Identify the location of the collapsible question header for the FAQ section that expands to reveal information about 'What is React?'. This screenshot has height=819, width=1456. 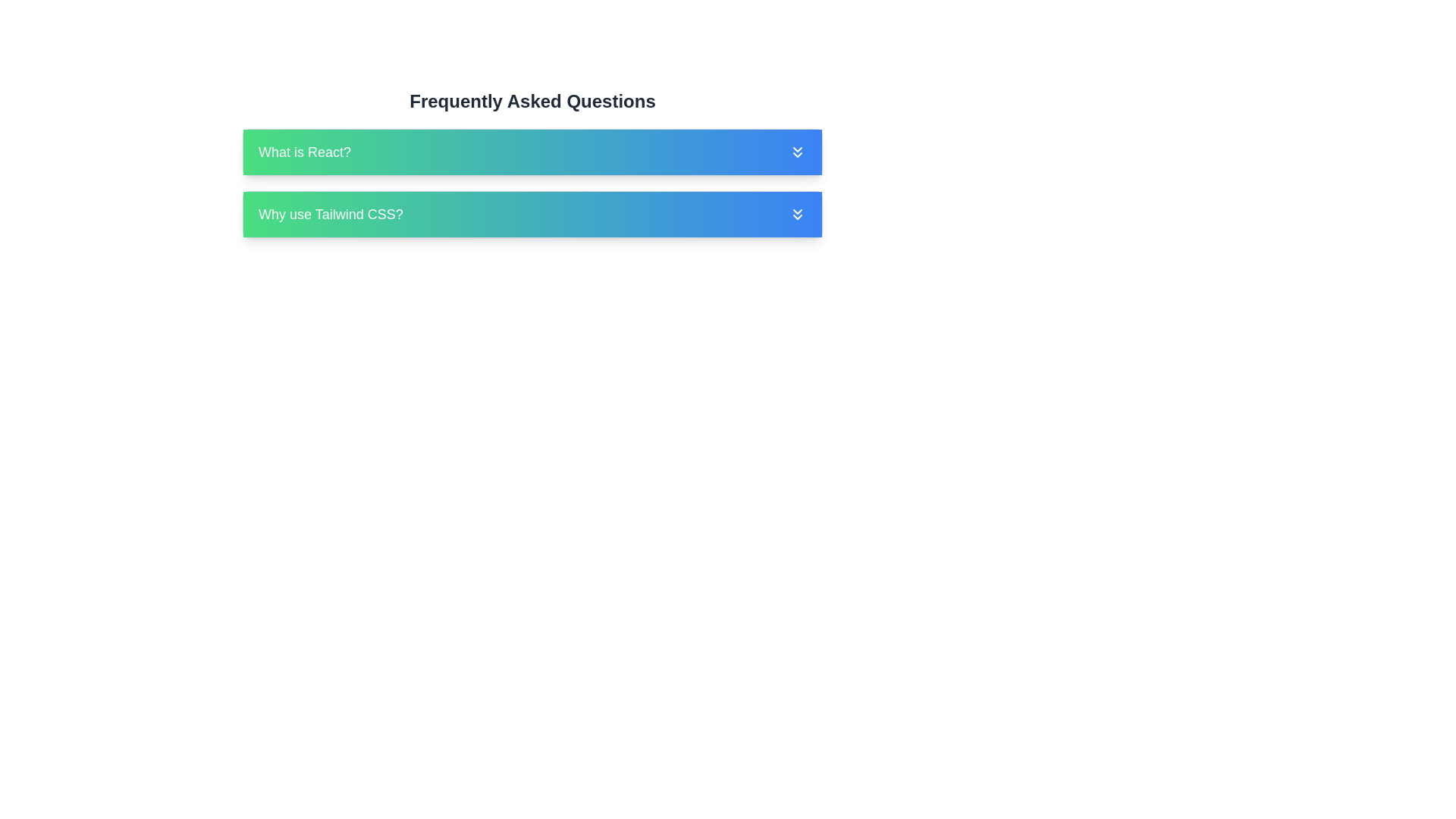
(532, 152).